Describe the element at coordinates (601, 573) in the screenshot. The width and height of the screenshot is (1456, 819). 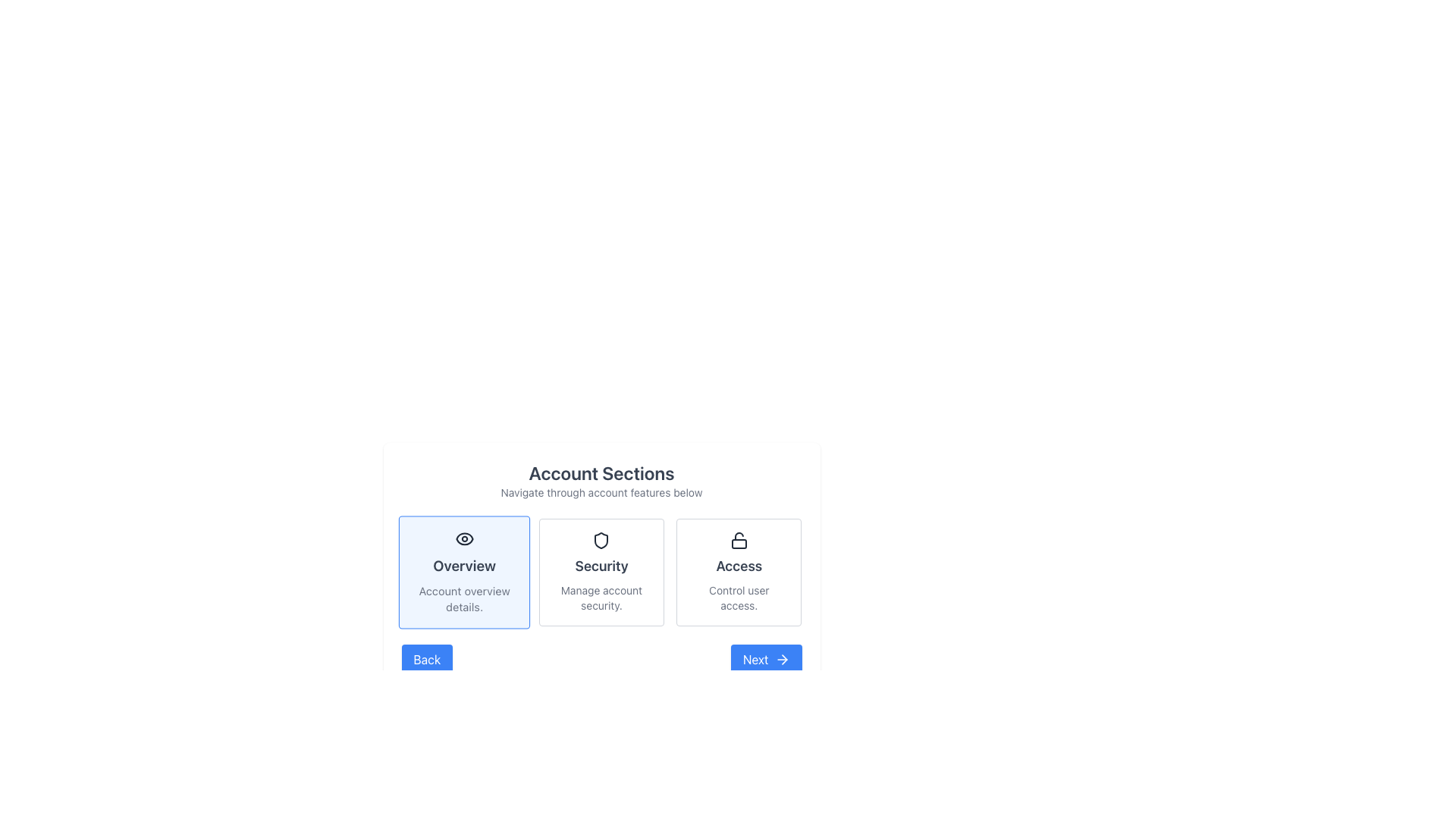
I see `the 'Security' card in the grid layout` at that location.